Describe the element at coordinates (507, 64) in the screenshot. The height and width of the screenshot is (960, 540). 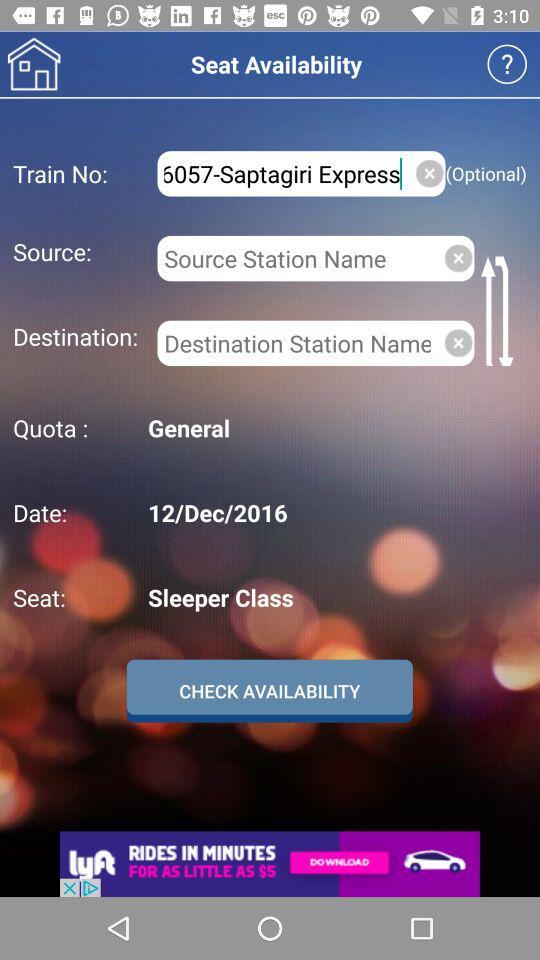
I see `mrore info` at that location.